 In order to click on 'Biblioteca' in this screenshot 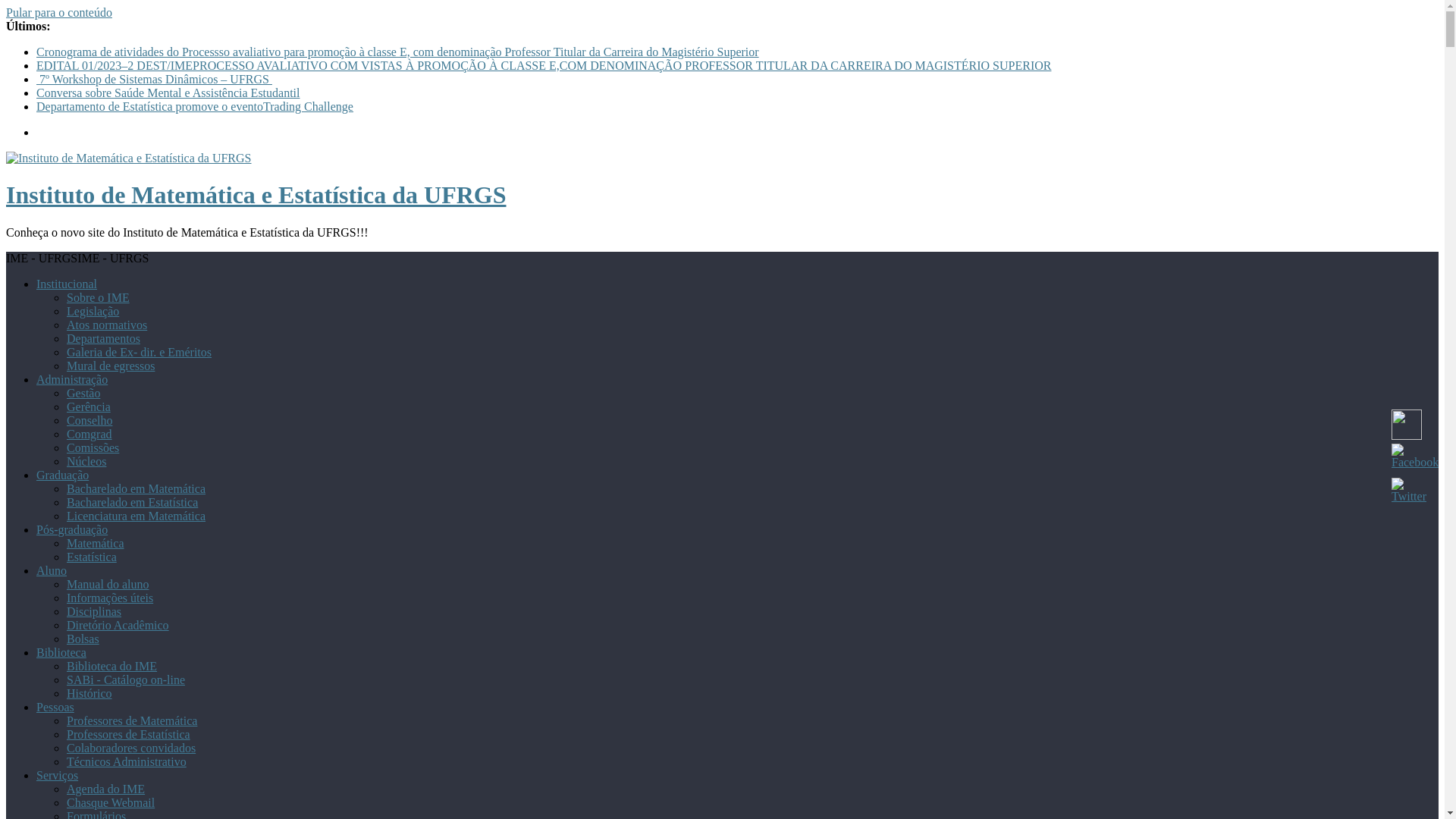, I will do `click(61, 651)`.